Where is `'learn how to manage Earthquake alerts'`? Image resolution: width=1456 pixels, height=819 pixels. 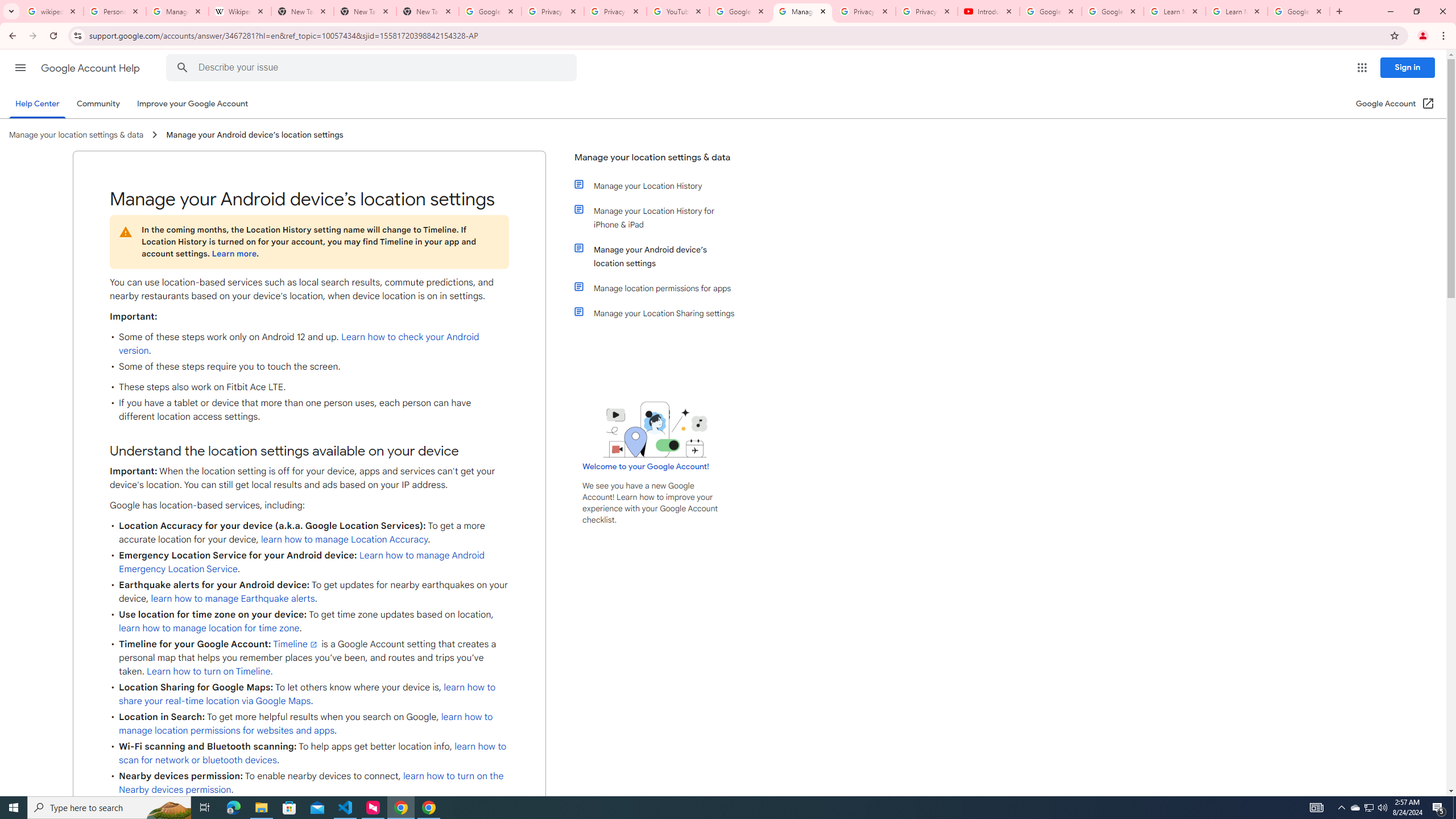
'learn how to manage Earthquake alerts' is located at coordinates (232, 598).